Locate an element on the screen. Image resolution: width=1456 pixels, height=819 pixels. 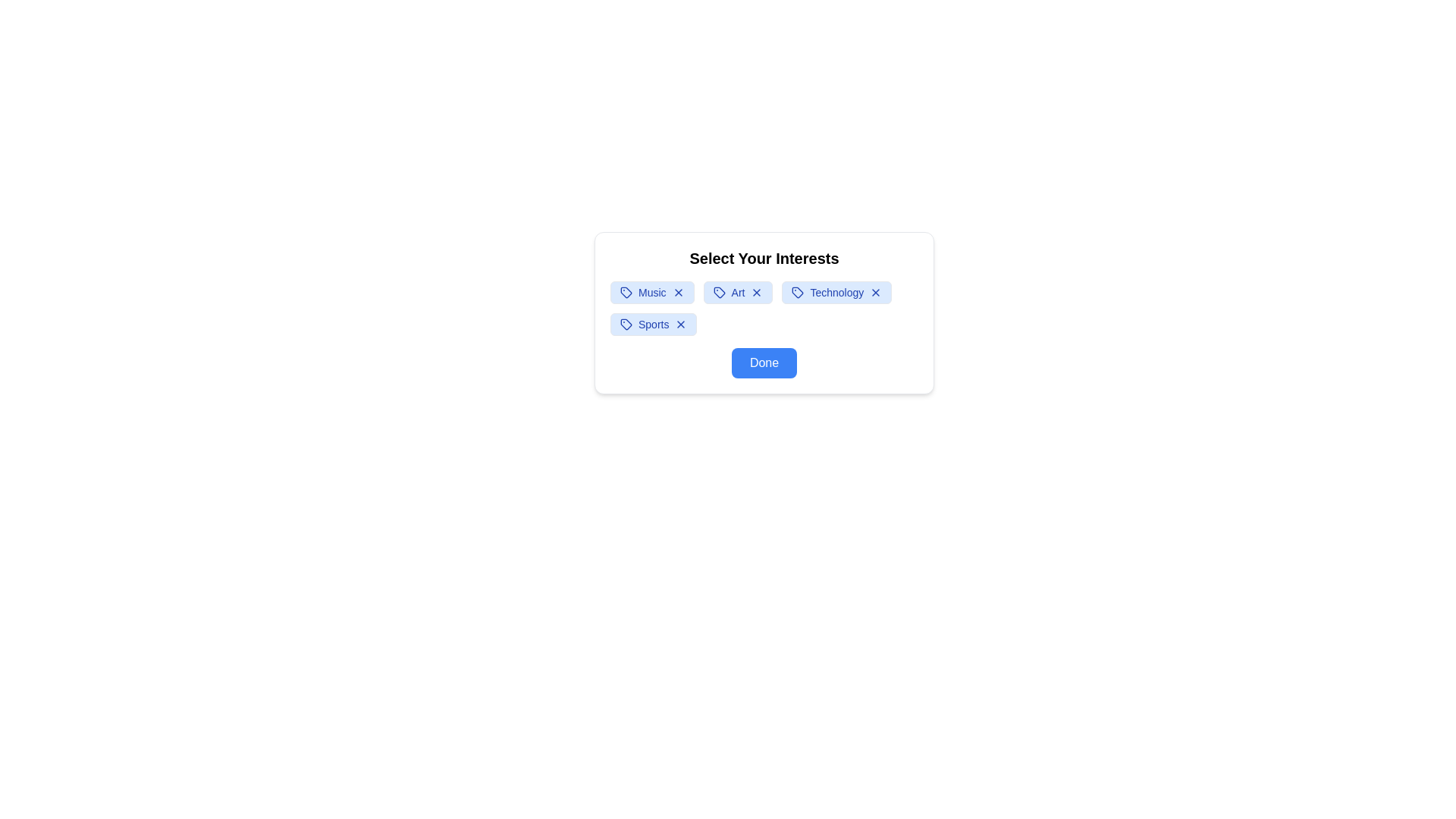
the 'Select Your Interests' text to highlight it is located at coordinates (764, 257).